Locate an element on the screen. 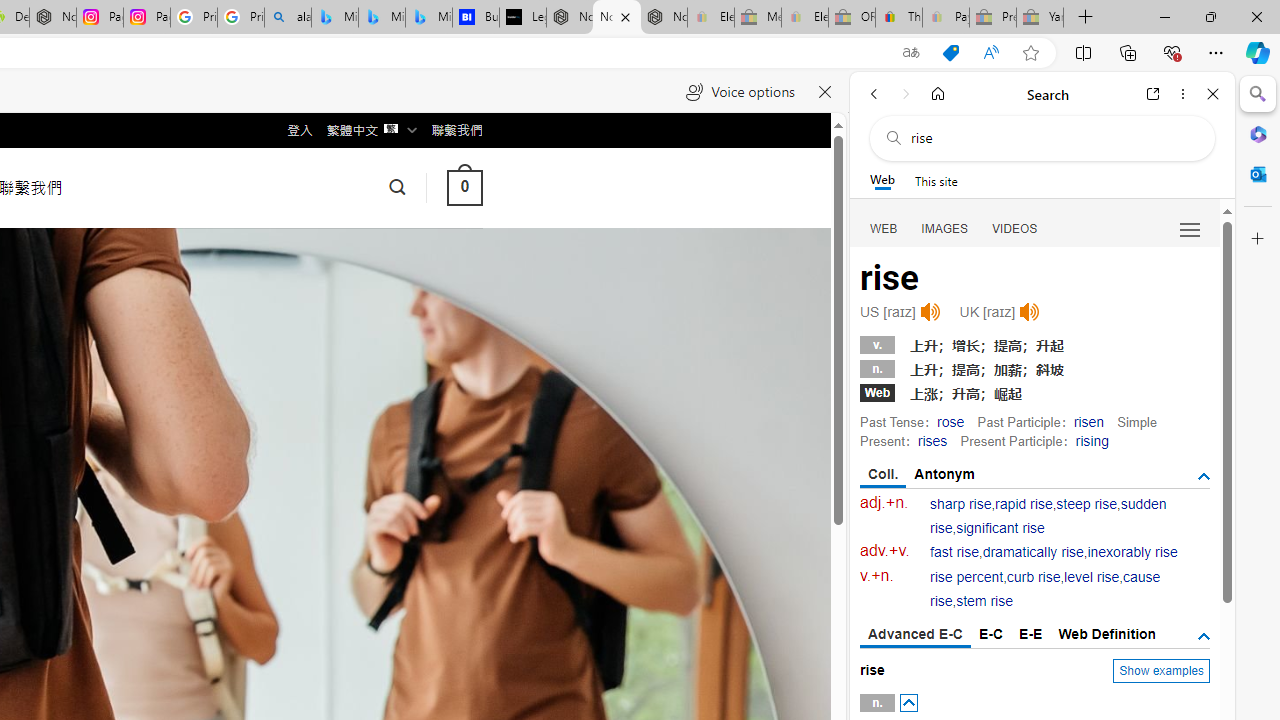 The height and width of the screenshot is (720, 1280). 'rise percent' is located at coordinates (967, 577).